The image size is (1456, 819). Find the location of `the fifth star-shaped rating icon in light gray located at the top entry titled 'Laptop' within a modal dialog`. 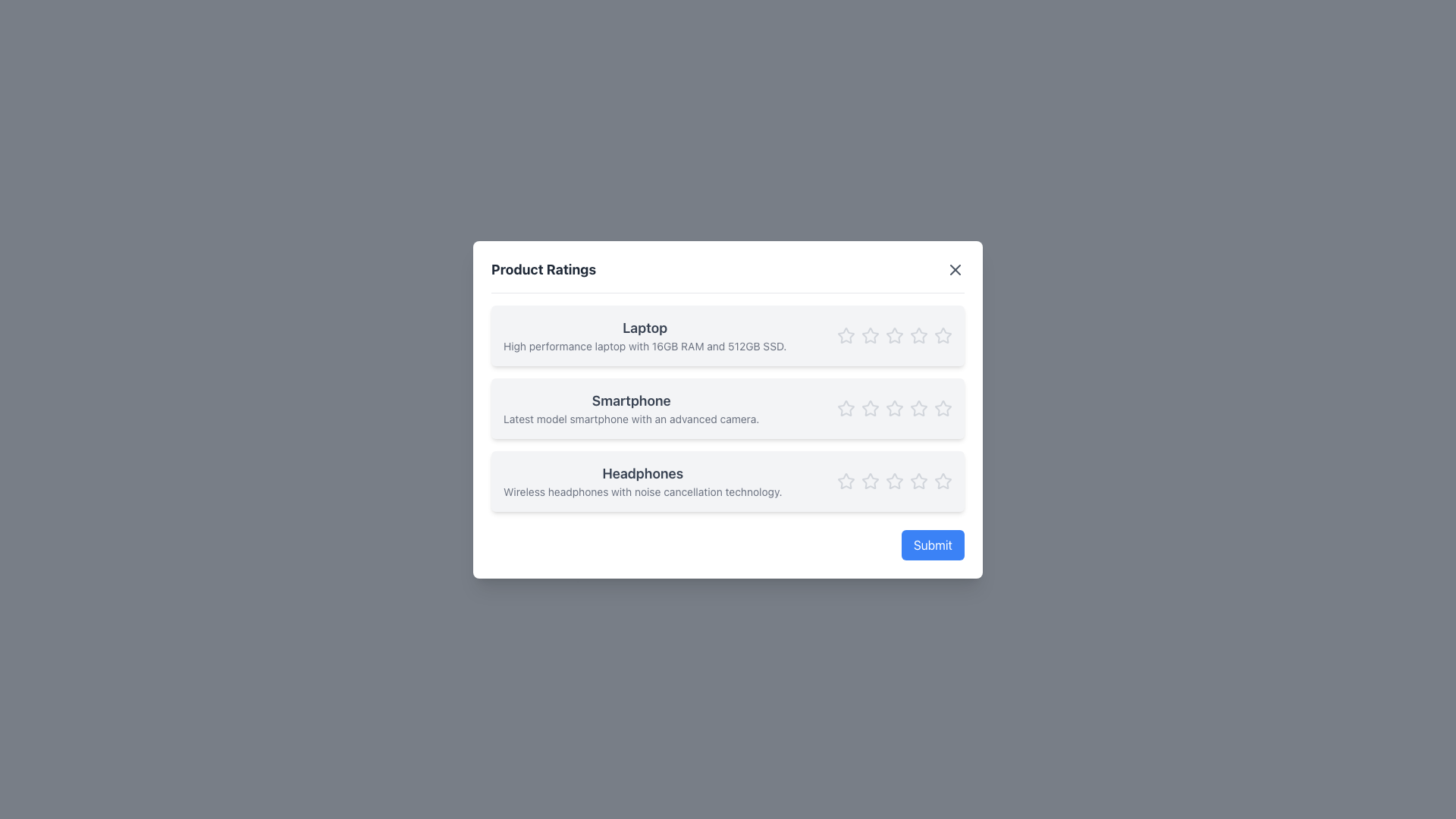

the fifth star-shaped rating icon in light gray located at the top entry titled 'Laptop' within a modal dialog is located at coordinates (942, 334).